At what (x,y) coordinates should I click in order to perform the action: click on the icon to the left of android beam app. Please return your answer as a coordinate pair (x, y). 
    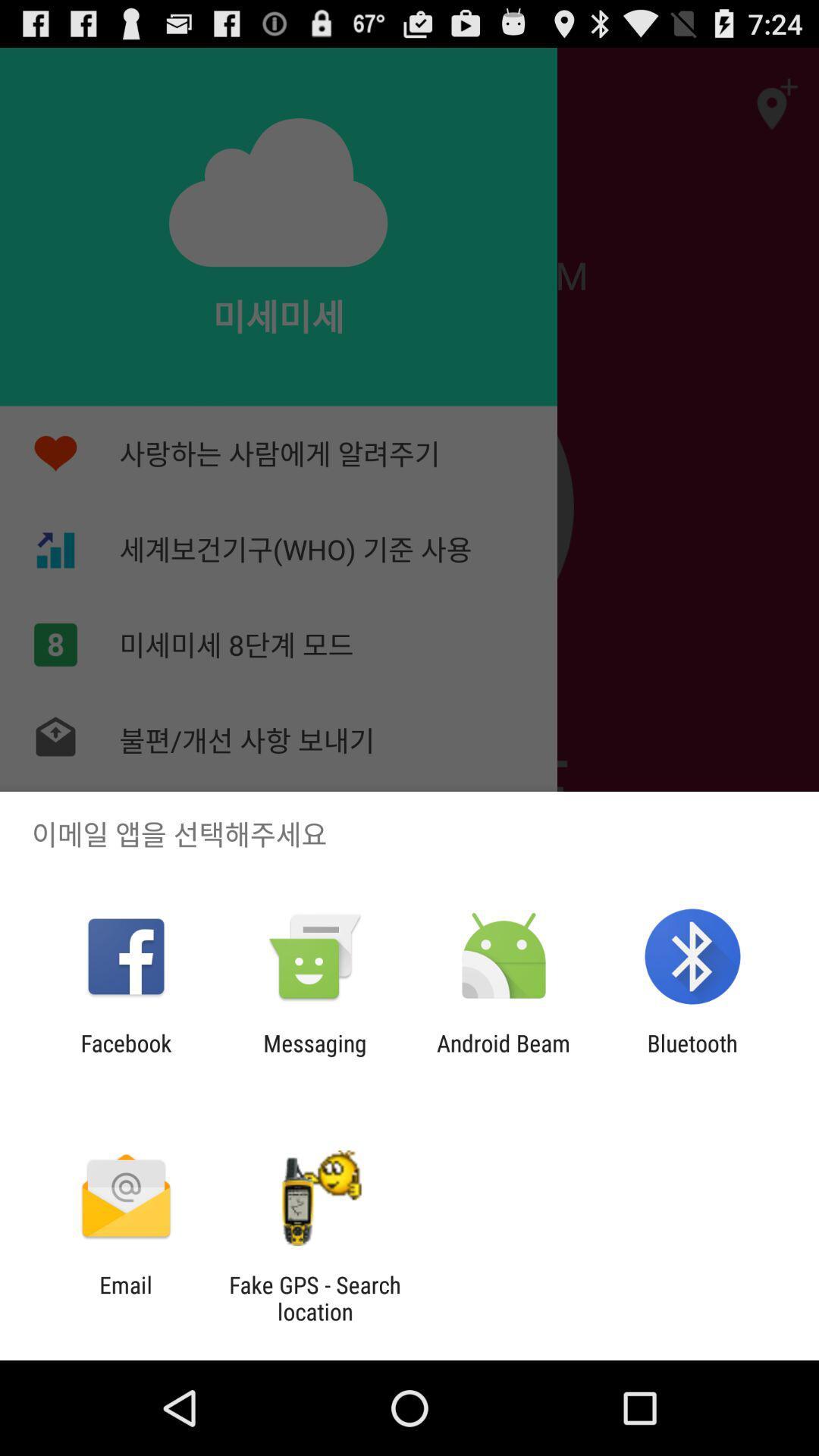
    Looking at the image, I should click on (314, 1056).